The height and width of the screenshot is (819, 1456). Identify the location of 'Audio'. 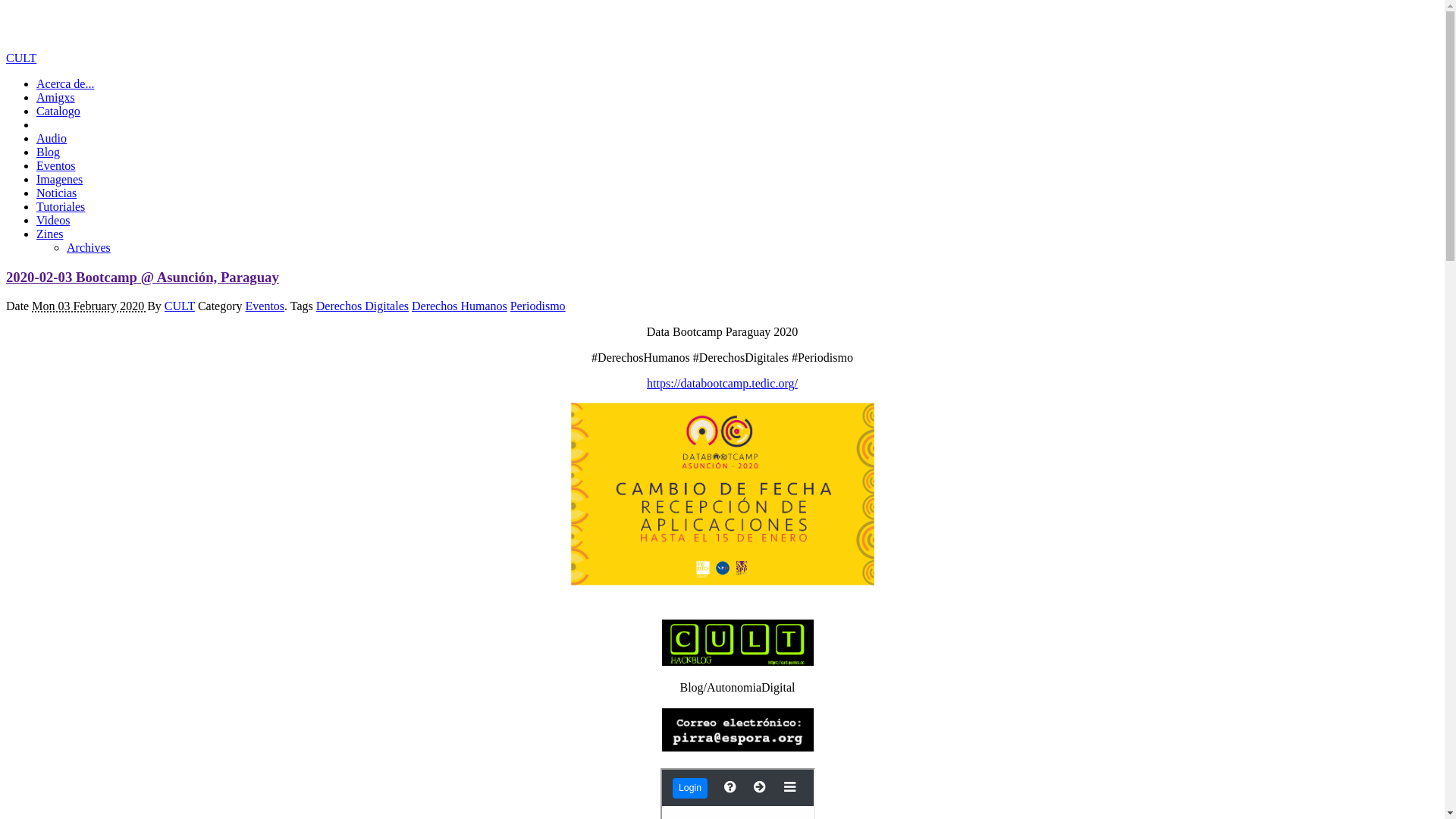
(51, 138).